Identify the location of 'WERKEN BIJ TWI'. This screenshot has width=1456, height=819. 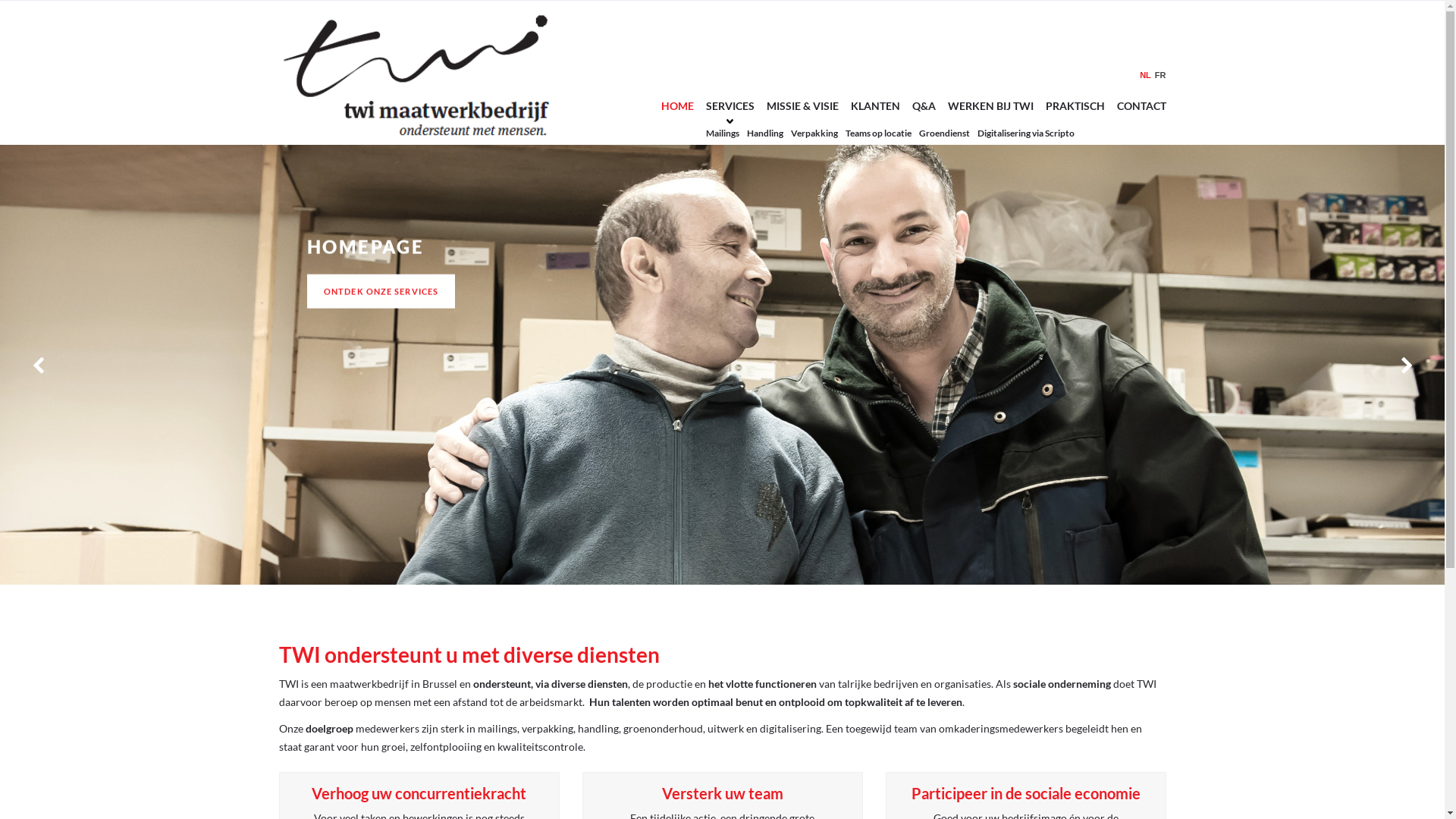
(990, 105).